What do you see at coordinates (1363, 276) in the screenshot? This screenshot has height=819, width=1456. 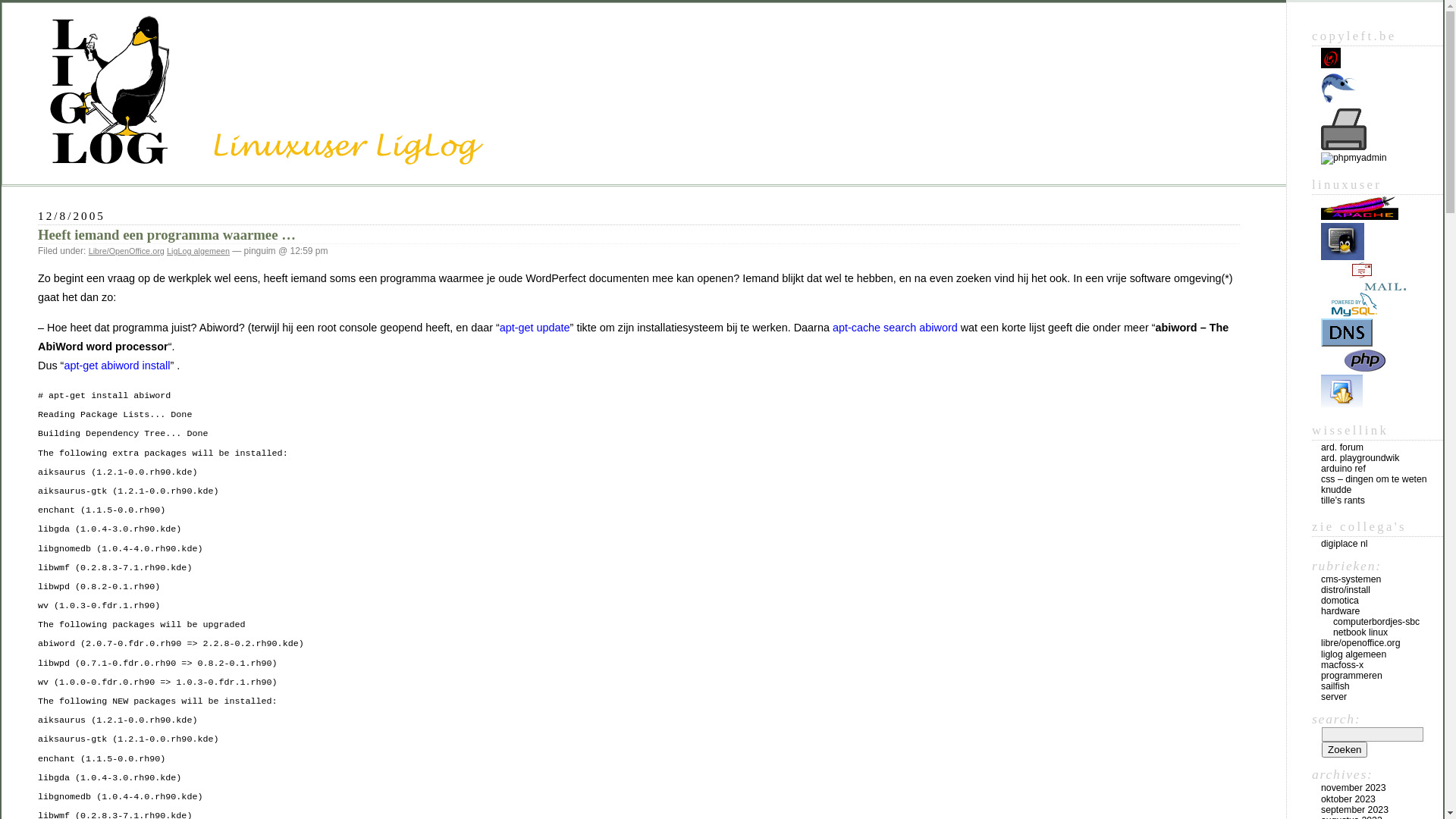 I see `'mailserver'` at bounding box center [1363, 276].